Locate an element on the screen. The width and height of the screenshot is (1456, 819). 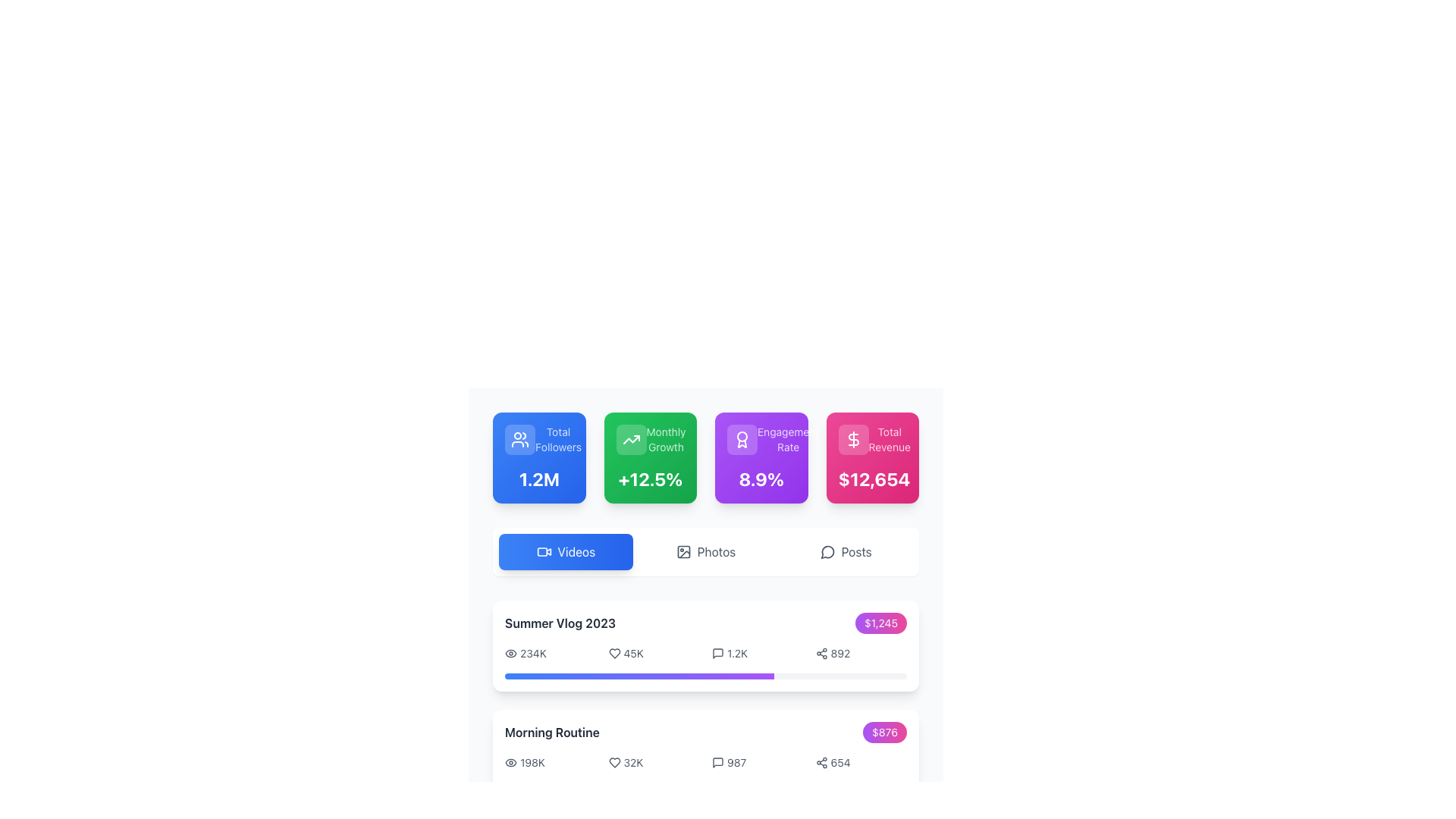
text displaying the number of views ('234K') for the 'Summer Vlog 2023' item, located to the right of an eye icon in the statistics section is located at coordinates (533, 652).